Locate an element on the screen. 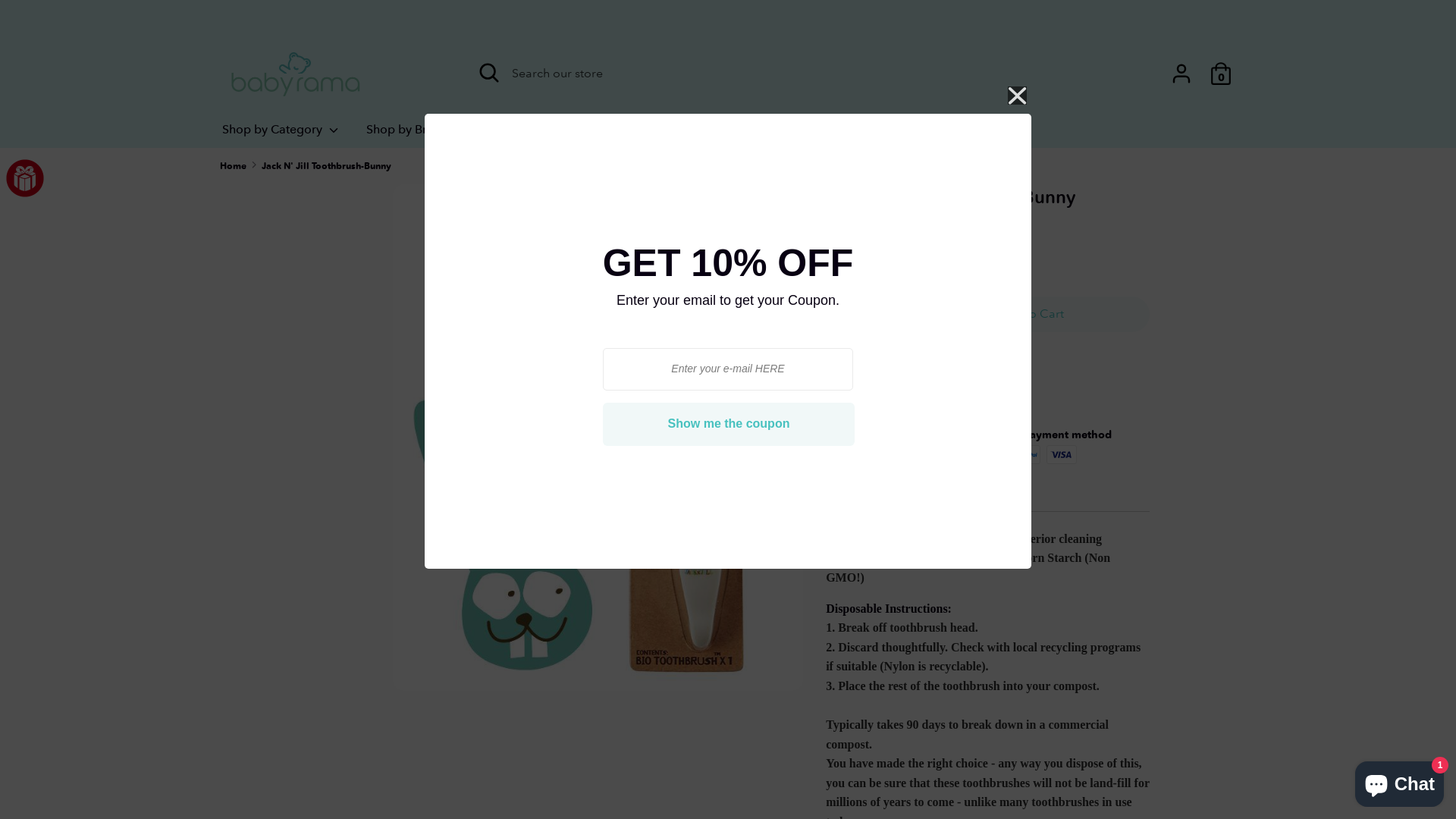 The width and height of the screenshot is (1456, 819). 'Home' is located at coordinates (232, 165).